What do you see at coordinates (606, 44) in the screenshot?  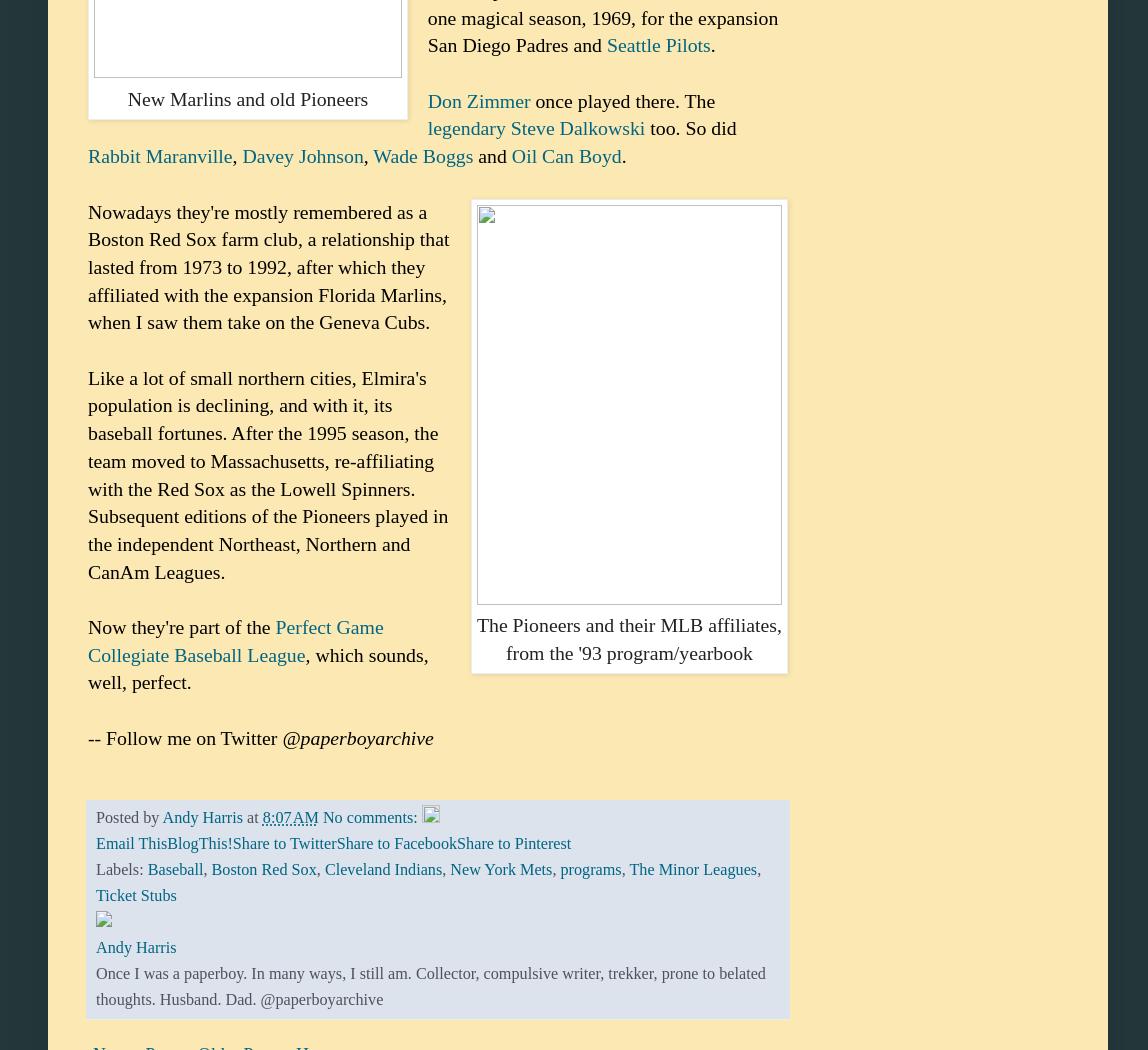 I see `'Seattle Pilots'` at bounding box center [606, 44].